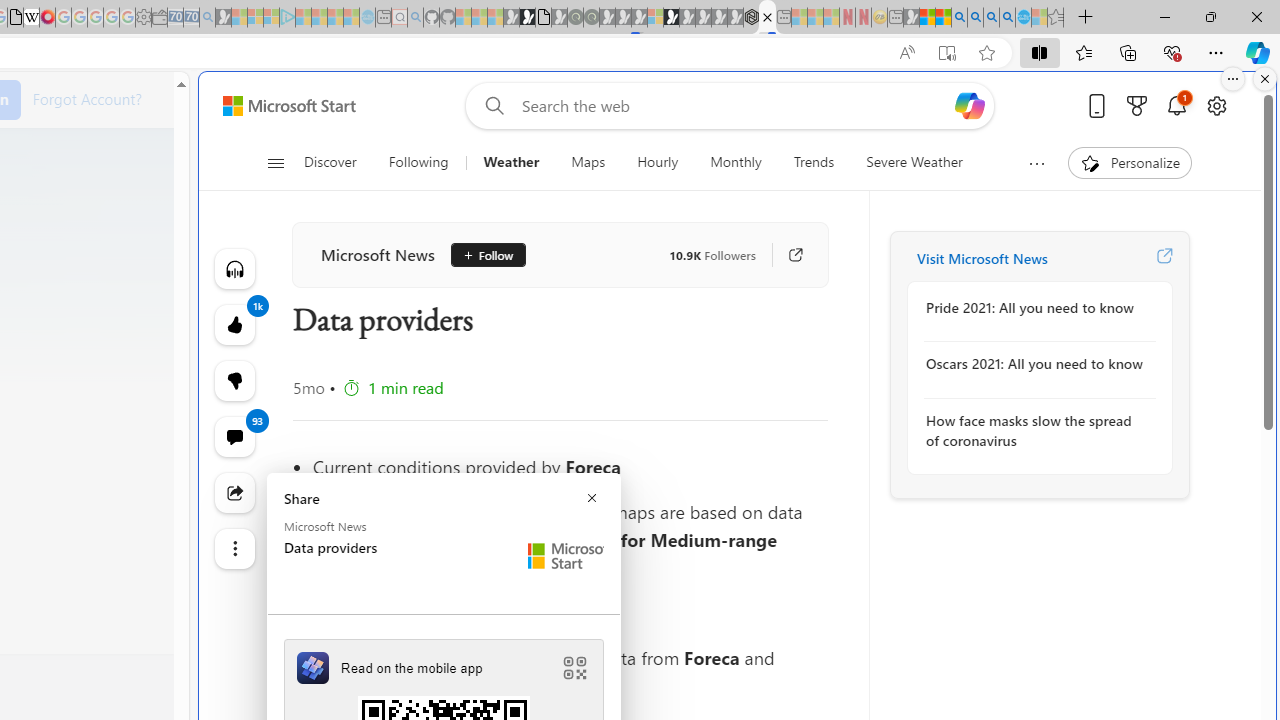 This screenshot has height=720, width=1280. What do you see at coordinates (367, 17) in the screenshot?
I see `'Home | Sky Blue Bikes - Sky Blue Bikes - Sleeping'` at bounding box center [367, 17].